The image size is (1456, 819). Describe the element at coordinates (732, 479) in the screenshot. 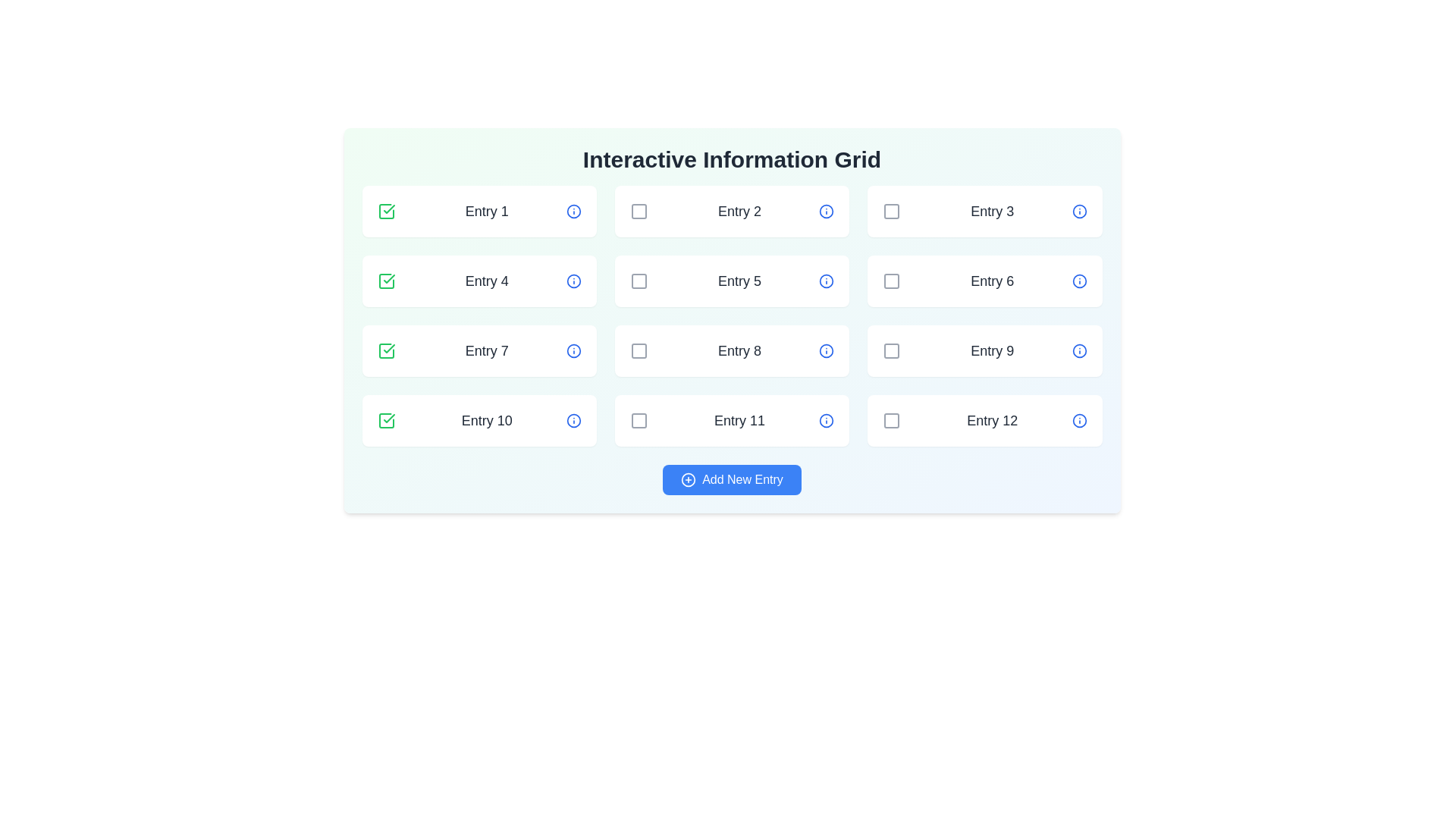

I see `'Add New Entry' button to add a new entry to the grid` at that location.